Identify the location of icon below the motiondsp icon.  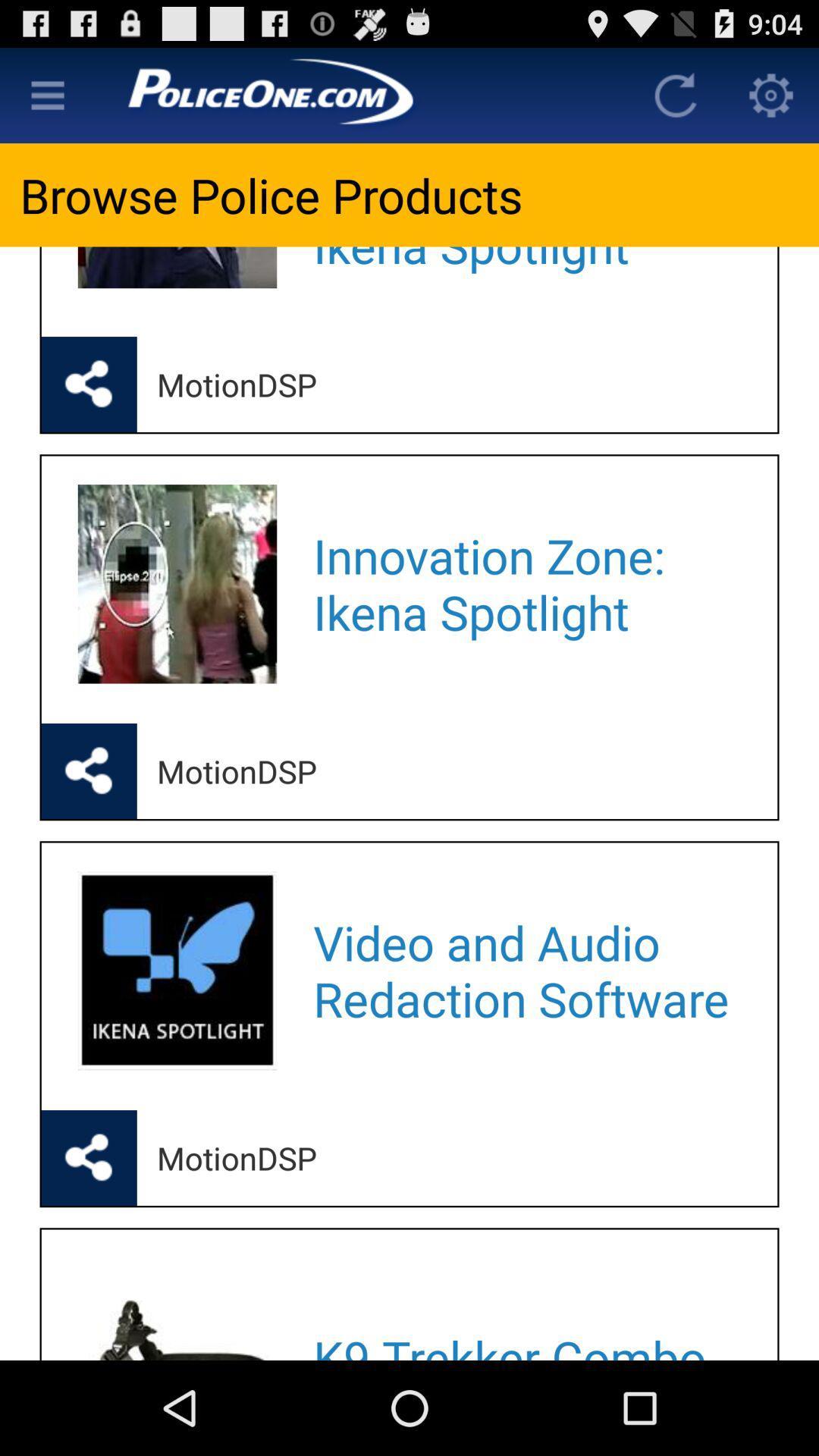
(525, 971).